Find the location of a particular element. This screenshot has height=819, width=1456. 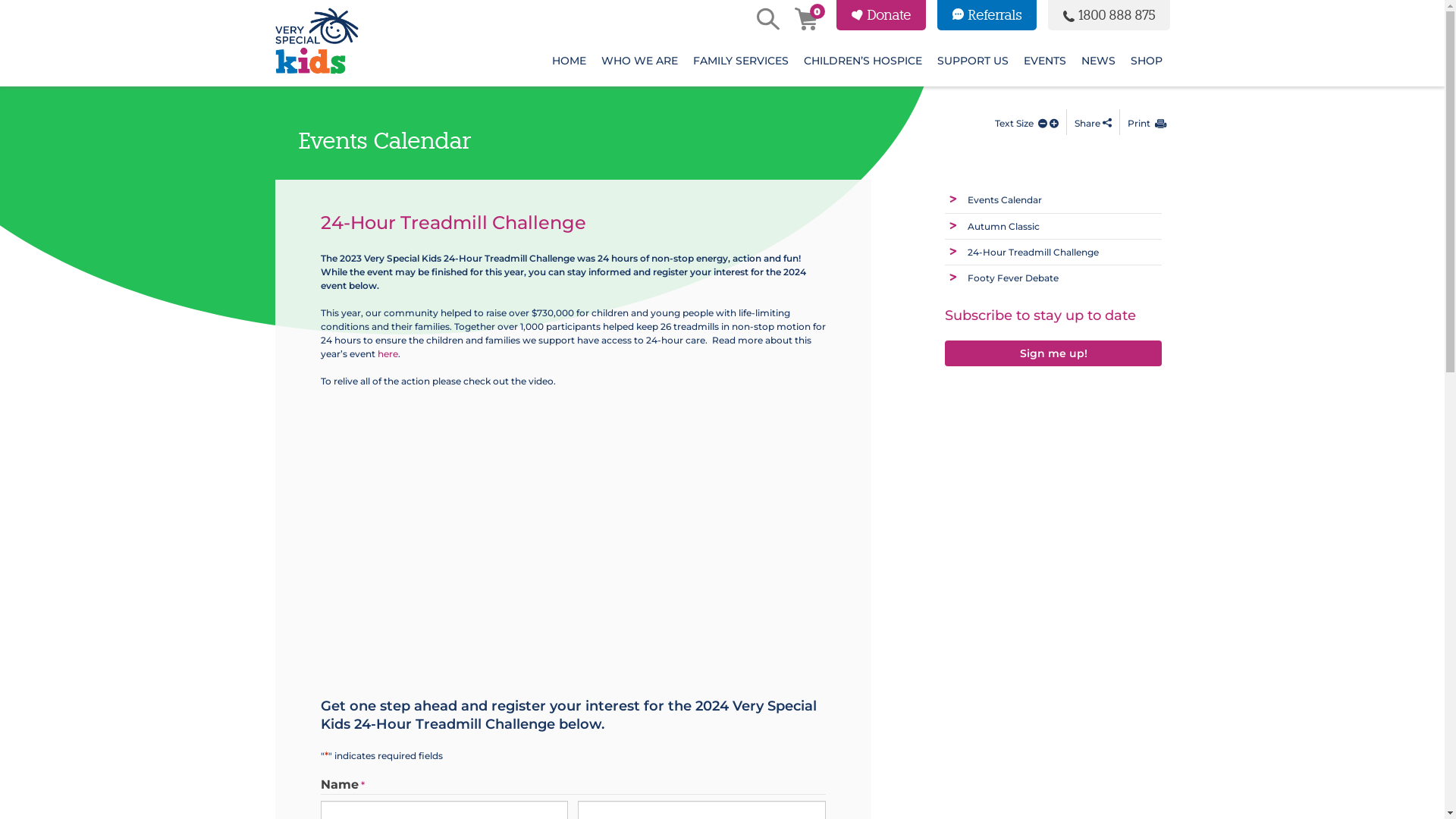

'Referrals' is located at coordinates (987, 14).